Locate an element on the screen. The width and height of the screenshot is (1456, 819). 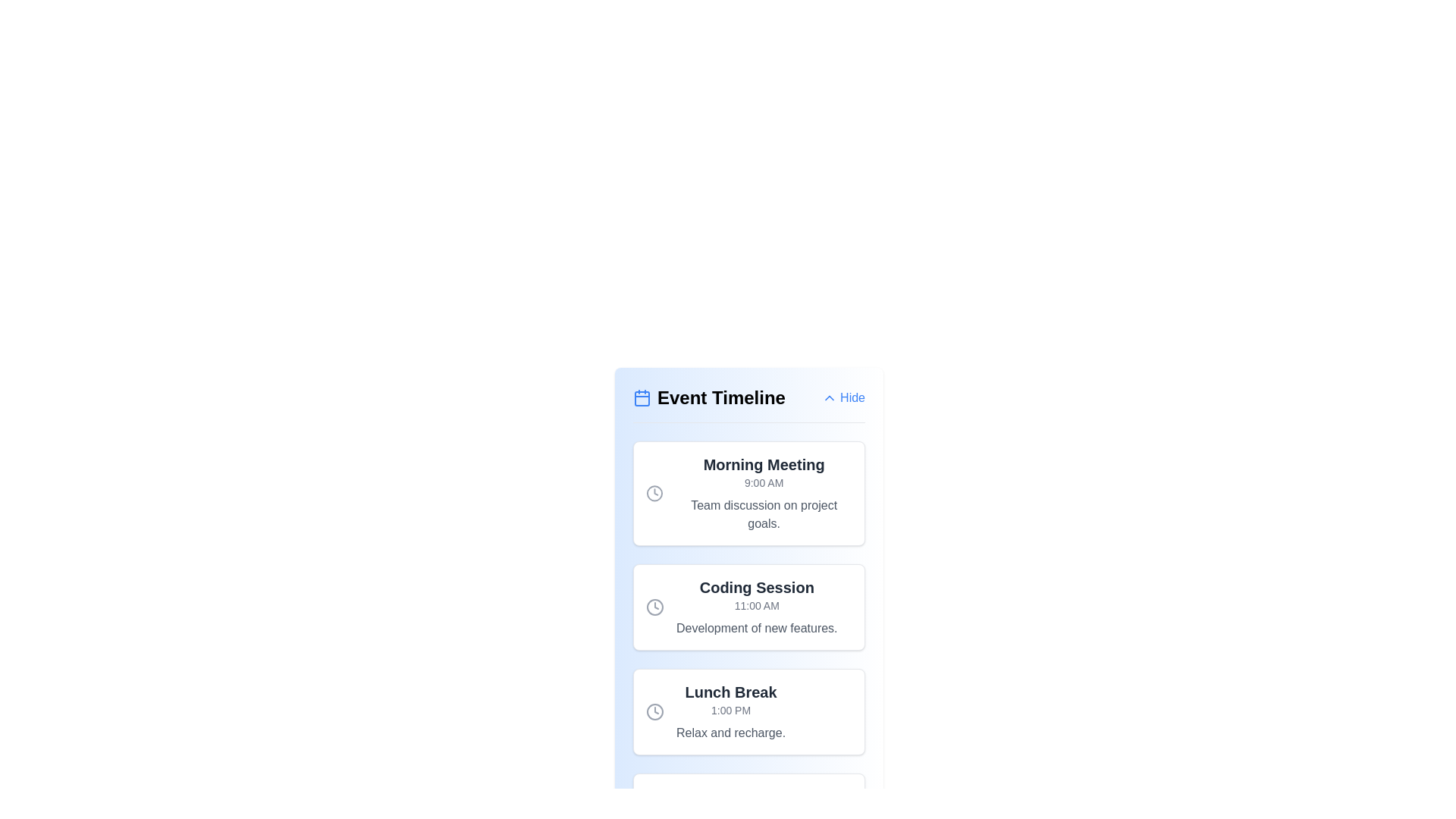
the text label displaying the time of the 'Coding Session', which is centrally positioned within the 'Coding Session' card, below the title and above the description text is located at coordinates (757, 604).